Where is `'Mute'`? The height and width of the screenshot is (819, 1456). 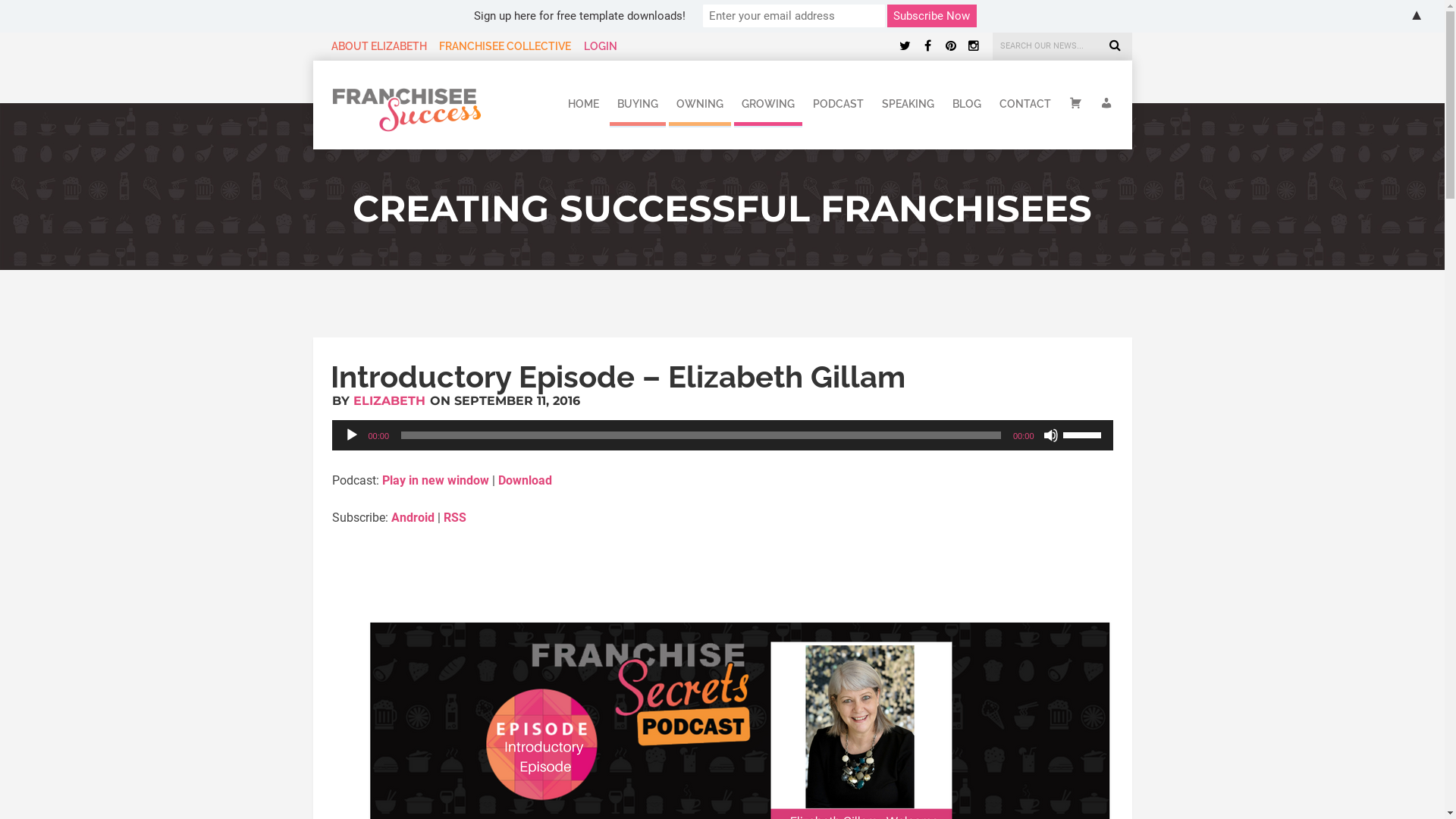 'Mute' is located at coordinates (1050, 435).